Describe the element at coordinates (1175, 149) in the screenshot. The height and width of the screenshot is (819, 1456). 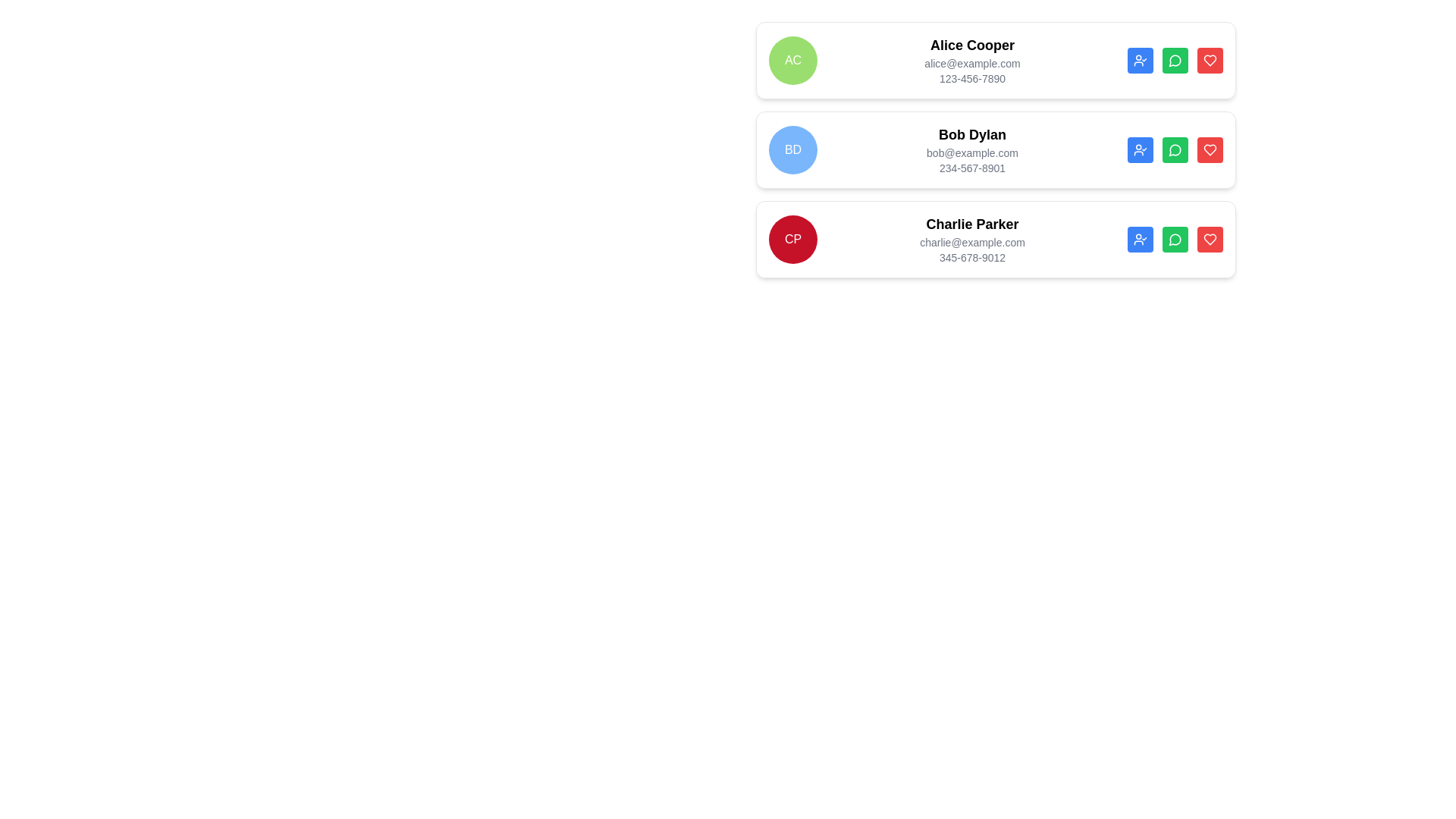
I see `the green rounded button containing the chat icon for 'Bob Dylan' to initiate a chat` at that location.